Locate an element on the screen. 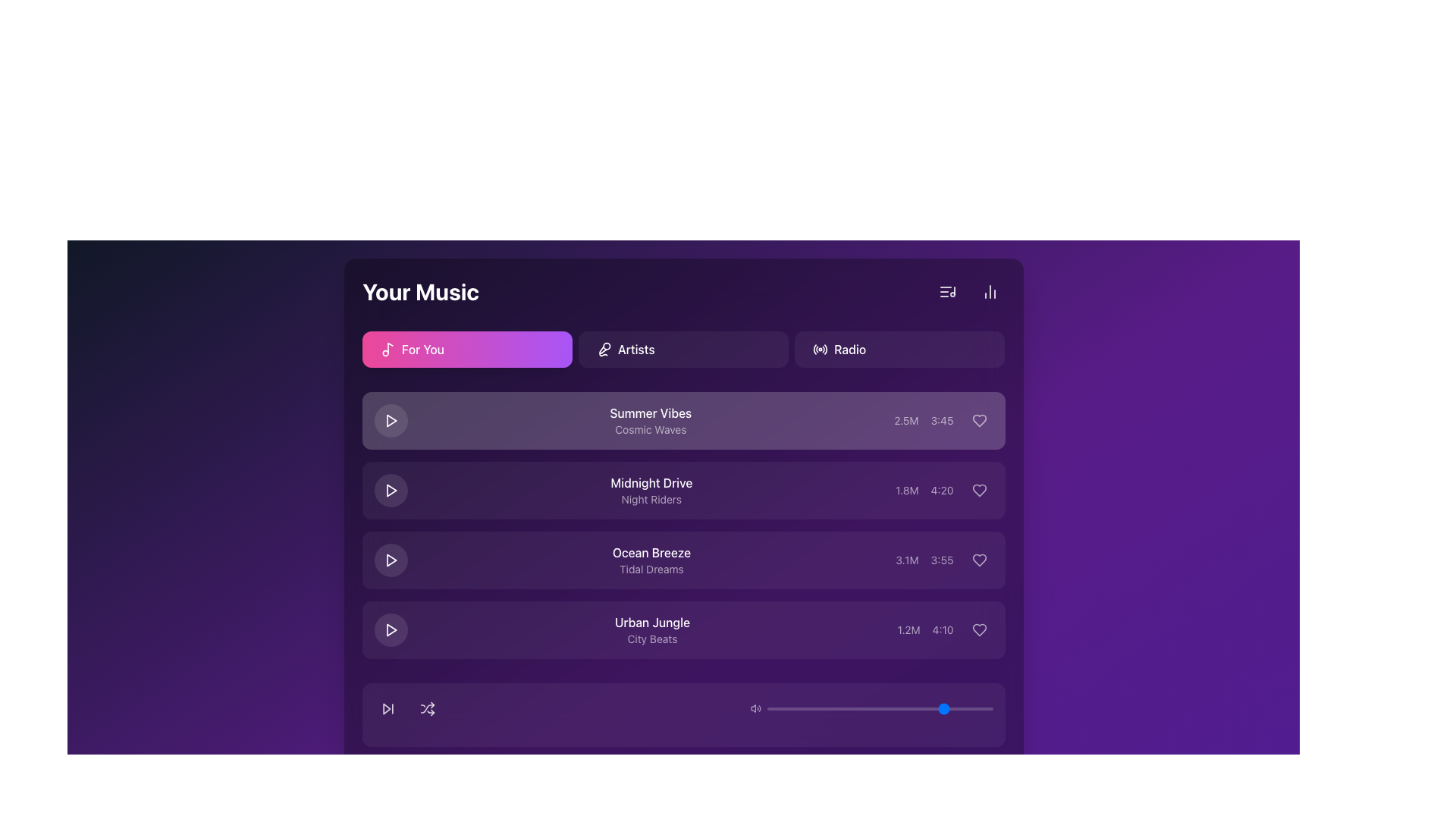 The image size is (1456, 819). the heart icon located within a circular button to the right of the song title 'Summer Vibes' in the song list interface is located at coordinates (979, 421).